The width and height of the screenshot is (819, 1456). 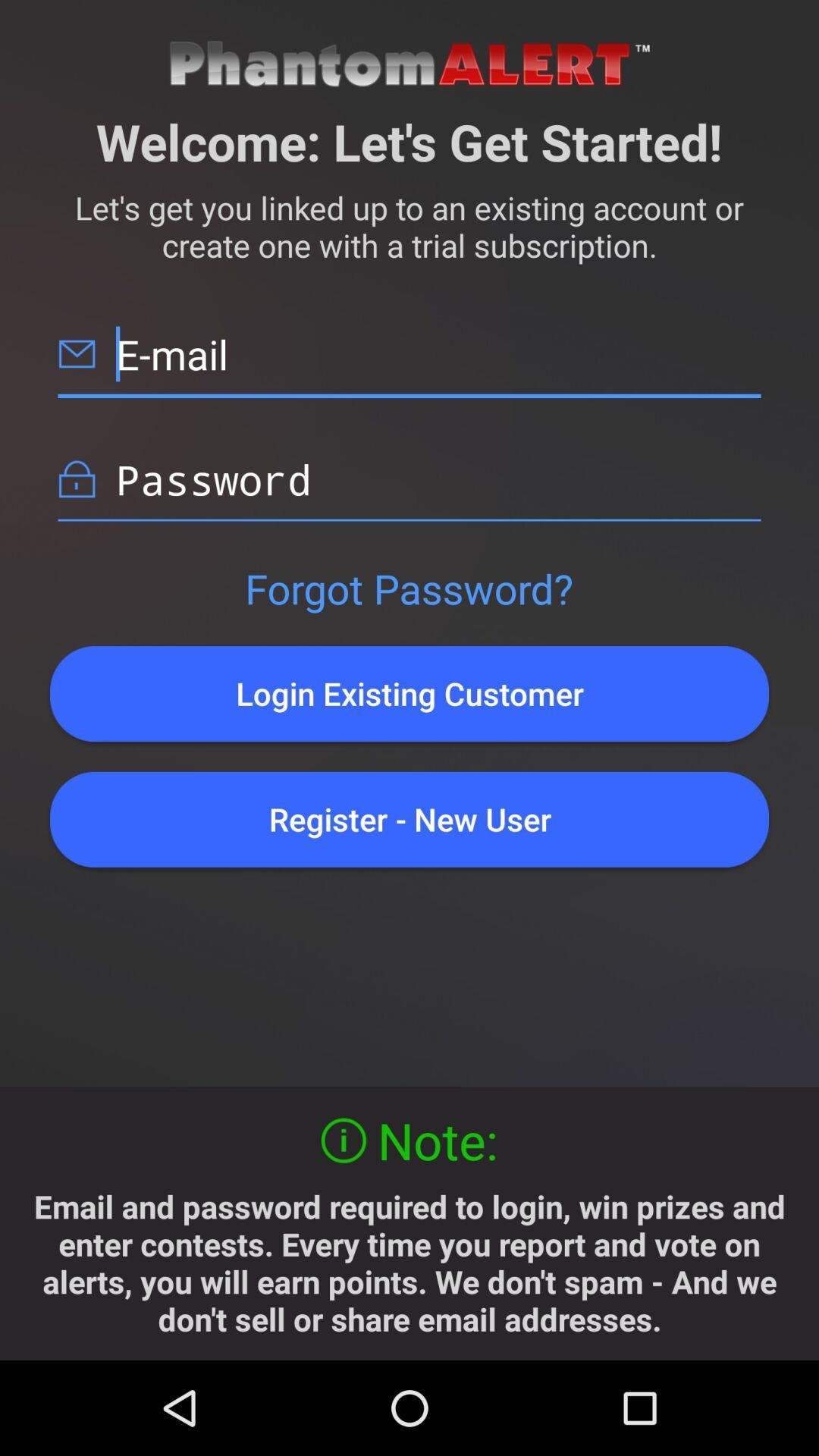 What do you see at coordinates (409, 818) in the screenshot?
I see `button below the login existing customer` at bounding box center [409, 818].